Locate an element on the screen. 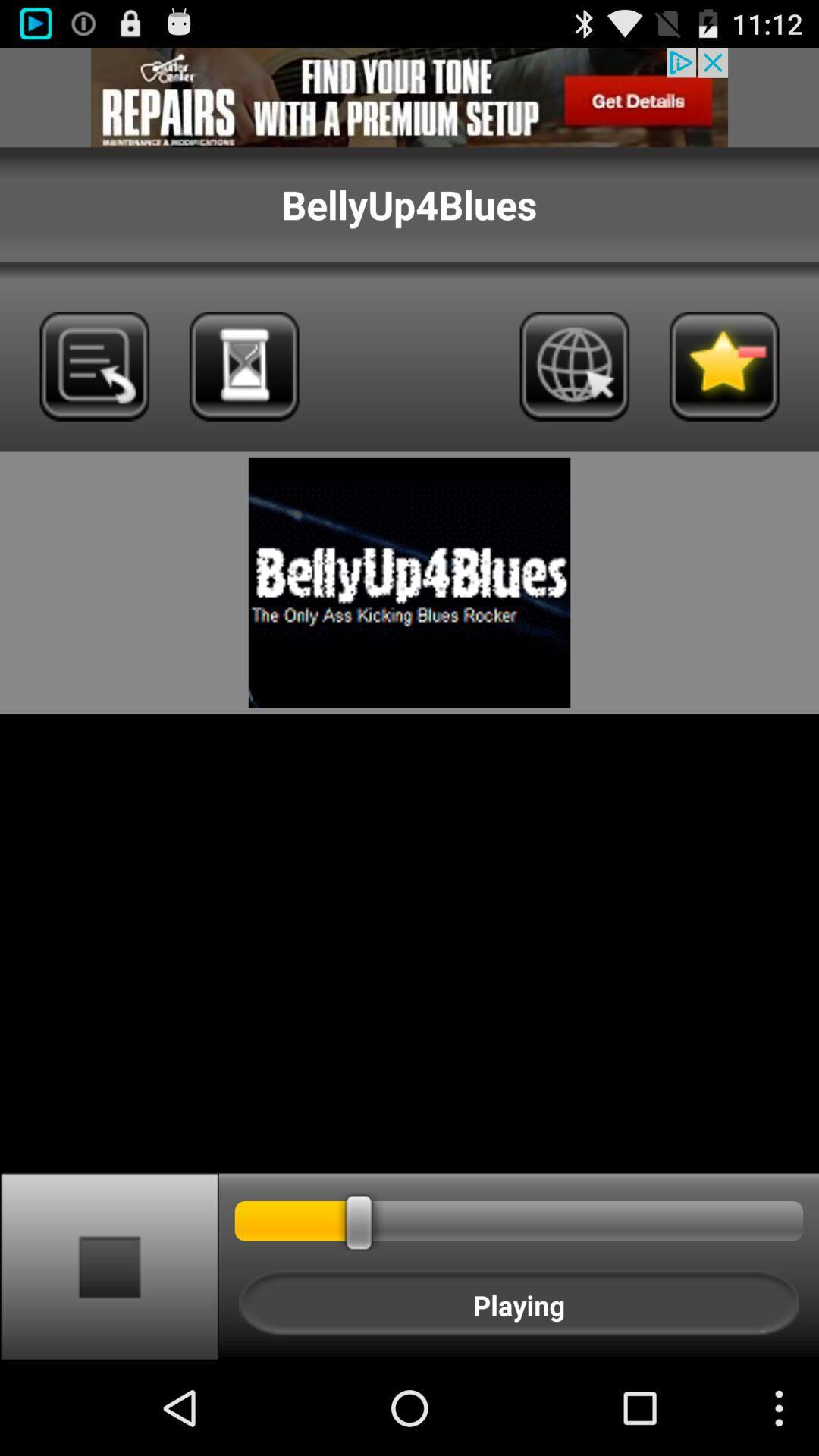 The height and width of the screenshot is (1456, 819). stop playing is located at coordinates (108, 1266).